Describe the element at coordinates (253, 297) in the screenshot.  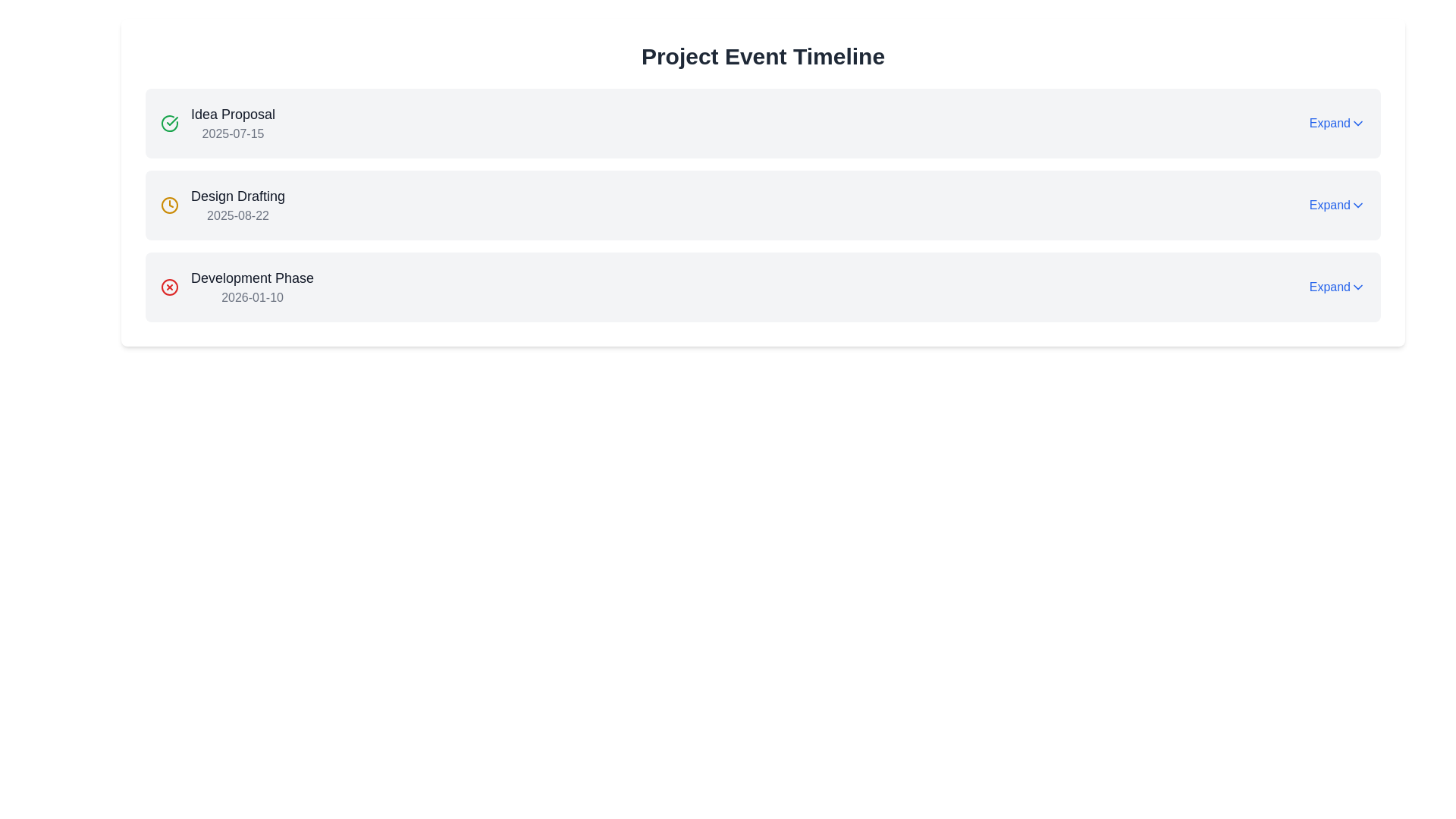
I see `the text label displaying the date '2026-01-10', which is part of the 'Development Phase' row and serves as a secondary label` at that location.